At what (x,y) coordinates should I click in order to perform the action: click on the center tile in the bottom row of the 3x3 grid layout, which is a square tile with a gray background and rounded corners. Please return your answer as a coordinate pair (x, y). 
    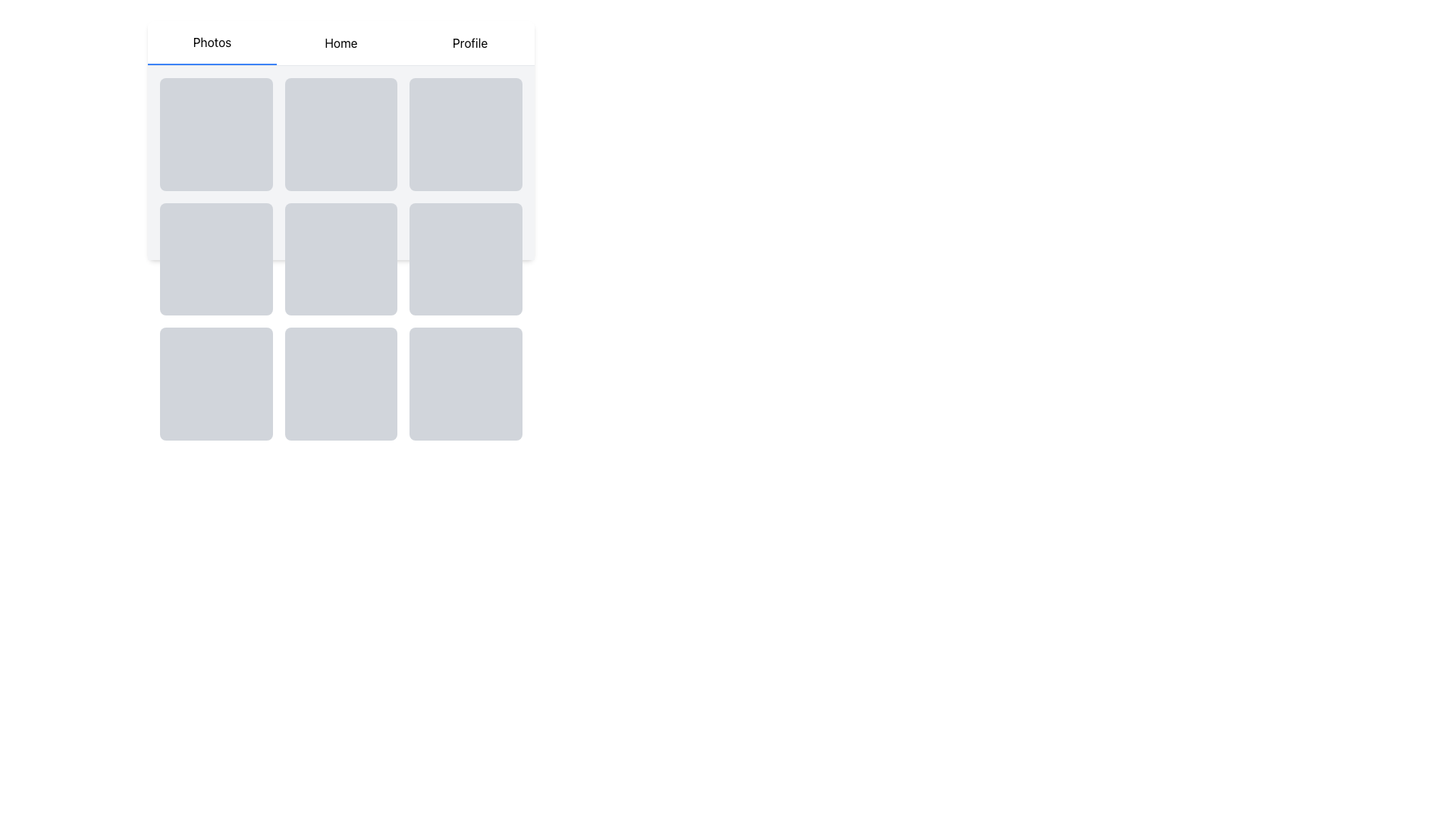
    Looking at the image, I should click on (340, 383).